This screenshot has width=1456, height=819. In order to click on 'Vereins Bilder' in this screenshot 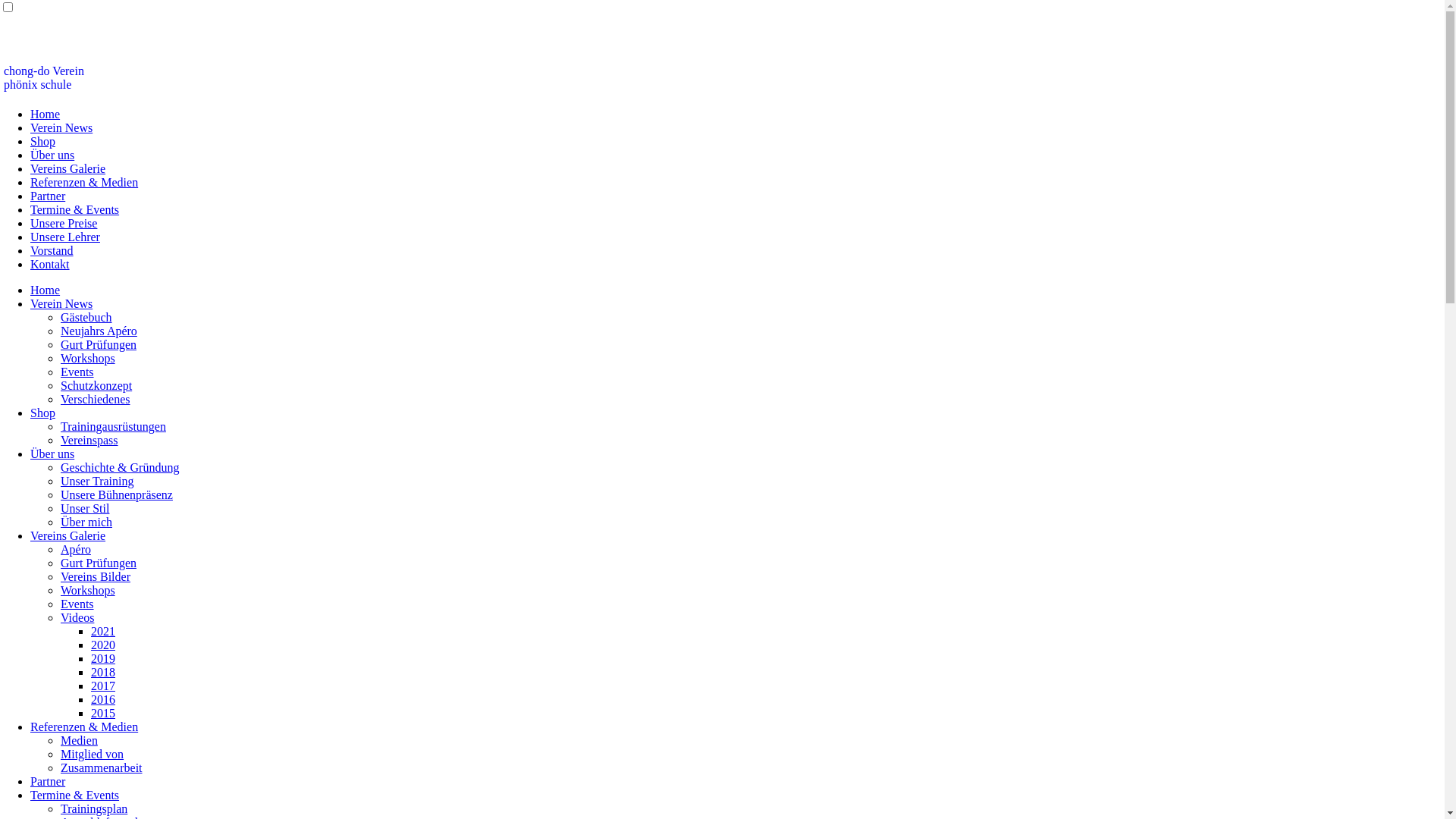, I will do `click(94, 576)`.